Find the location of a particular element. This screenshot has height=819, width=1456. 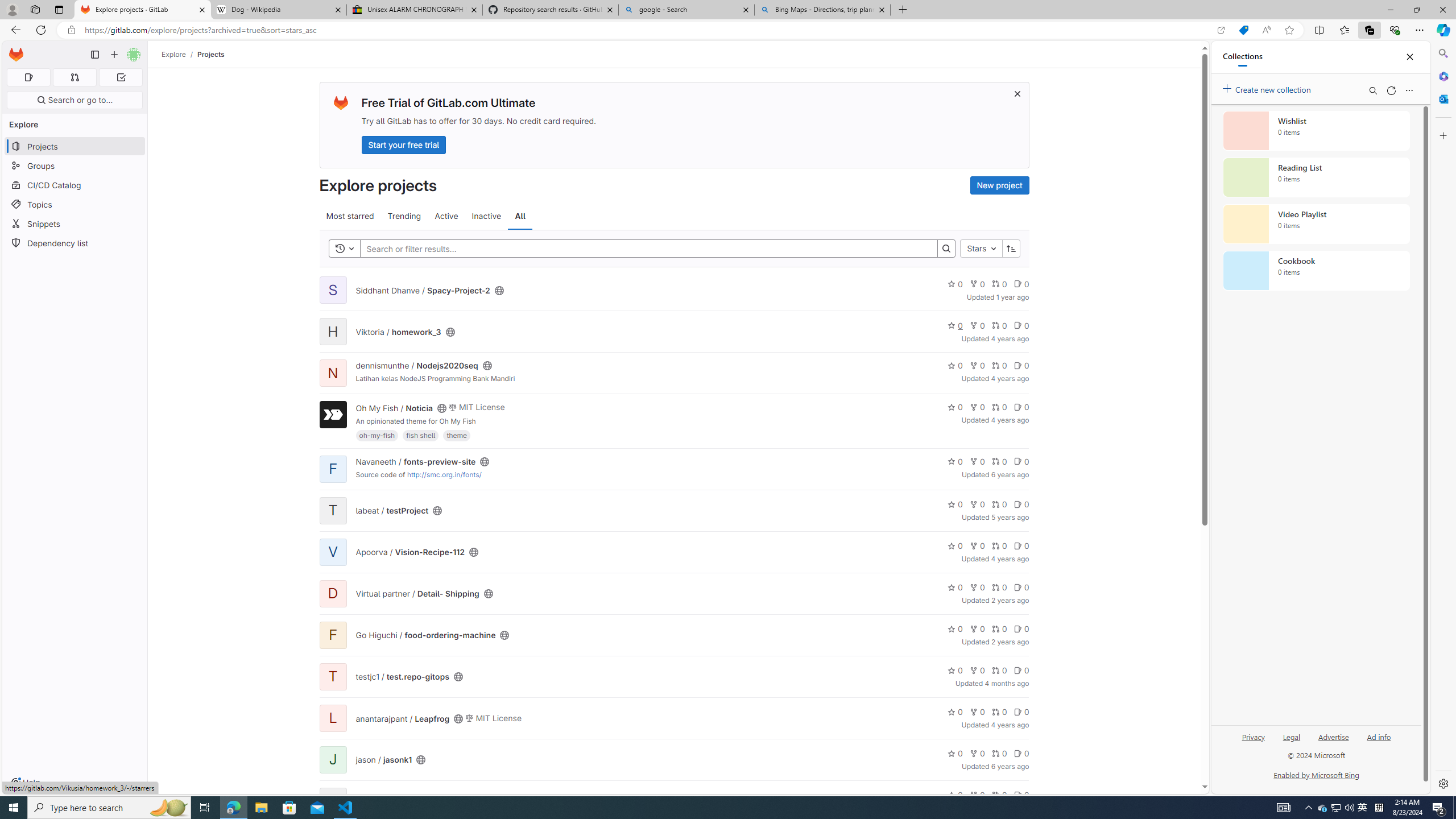

'Dismiss trial promotion' is located at coordinates (1017, 93).